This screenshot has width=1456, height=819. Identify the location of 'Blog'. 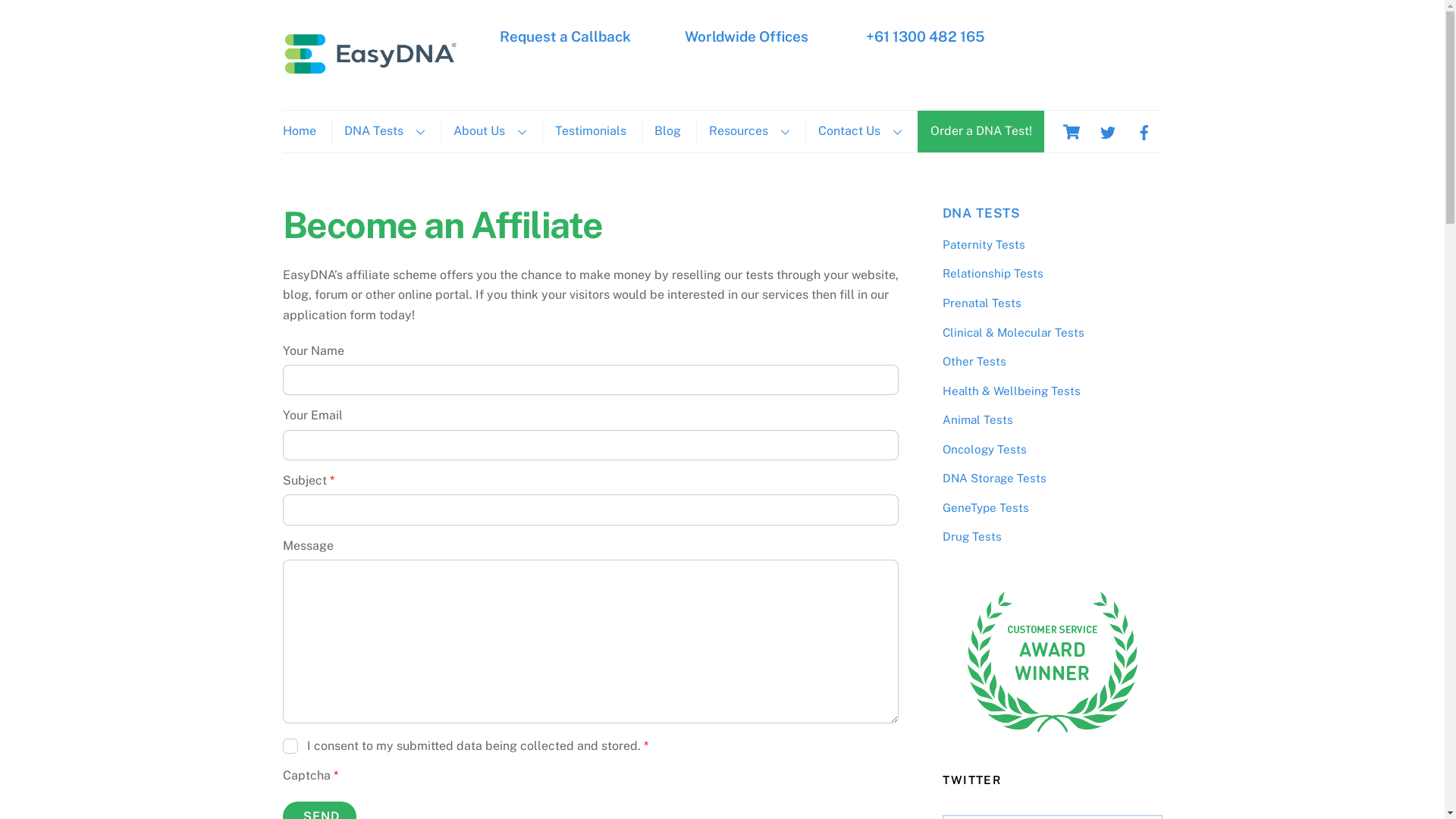
(667, 130).